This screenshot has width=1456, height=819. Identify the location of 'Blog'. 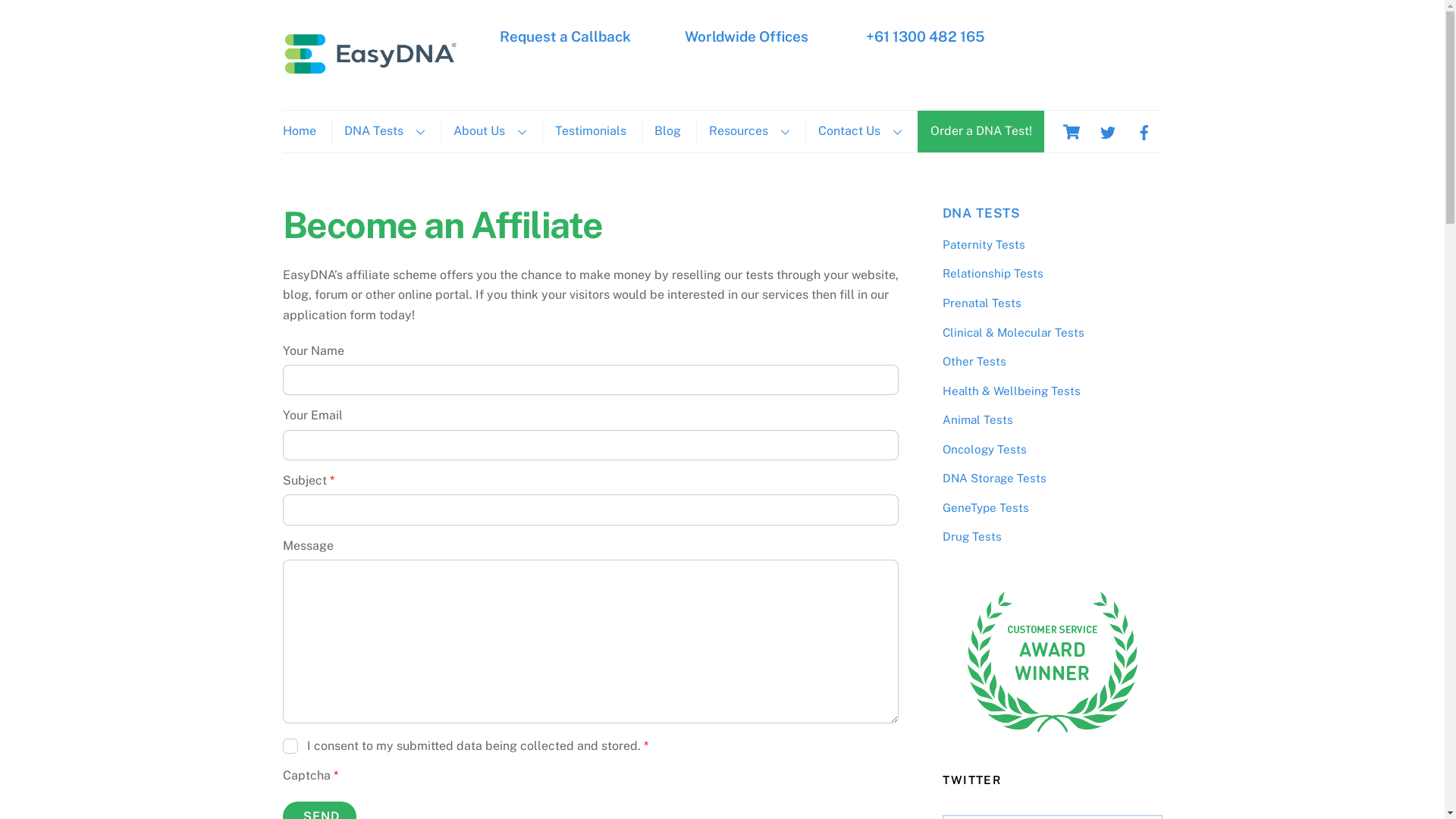
(667, 130).